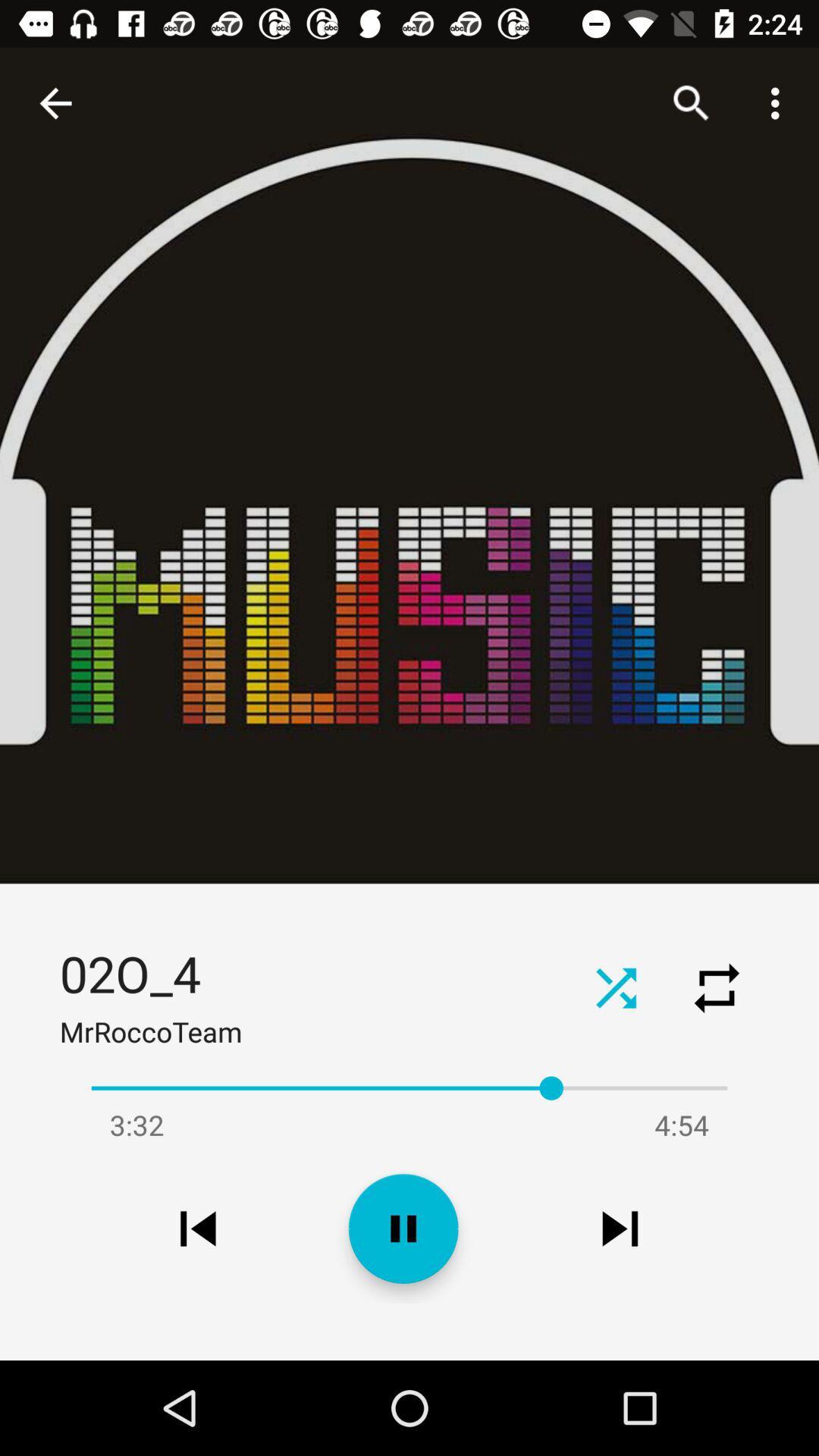  I want to click on the skip_previous icon, so click(197, 1228).